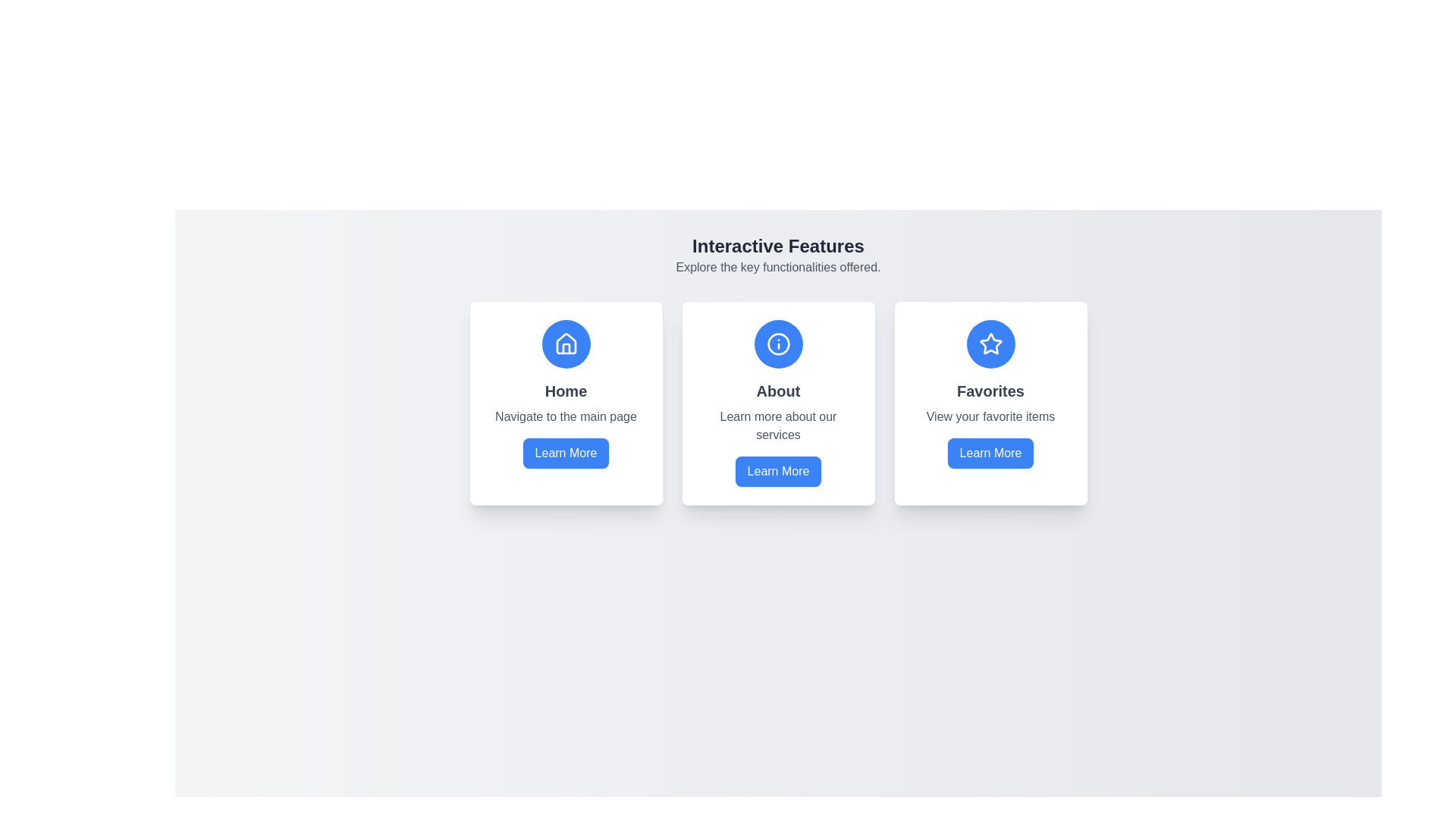 The image size is (1456, 819). Describe the element at coordinates (778, 470) in the screenshot. I see `the blue rounded rectangle button labeled 'Learn More' located at the bottom center of the middle card` at that location.